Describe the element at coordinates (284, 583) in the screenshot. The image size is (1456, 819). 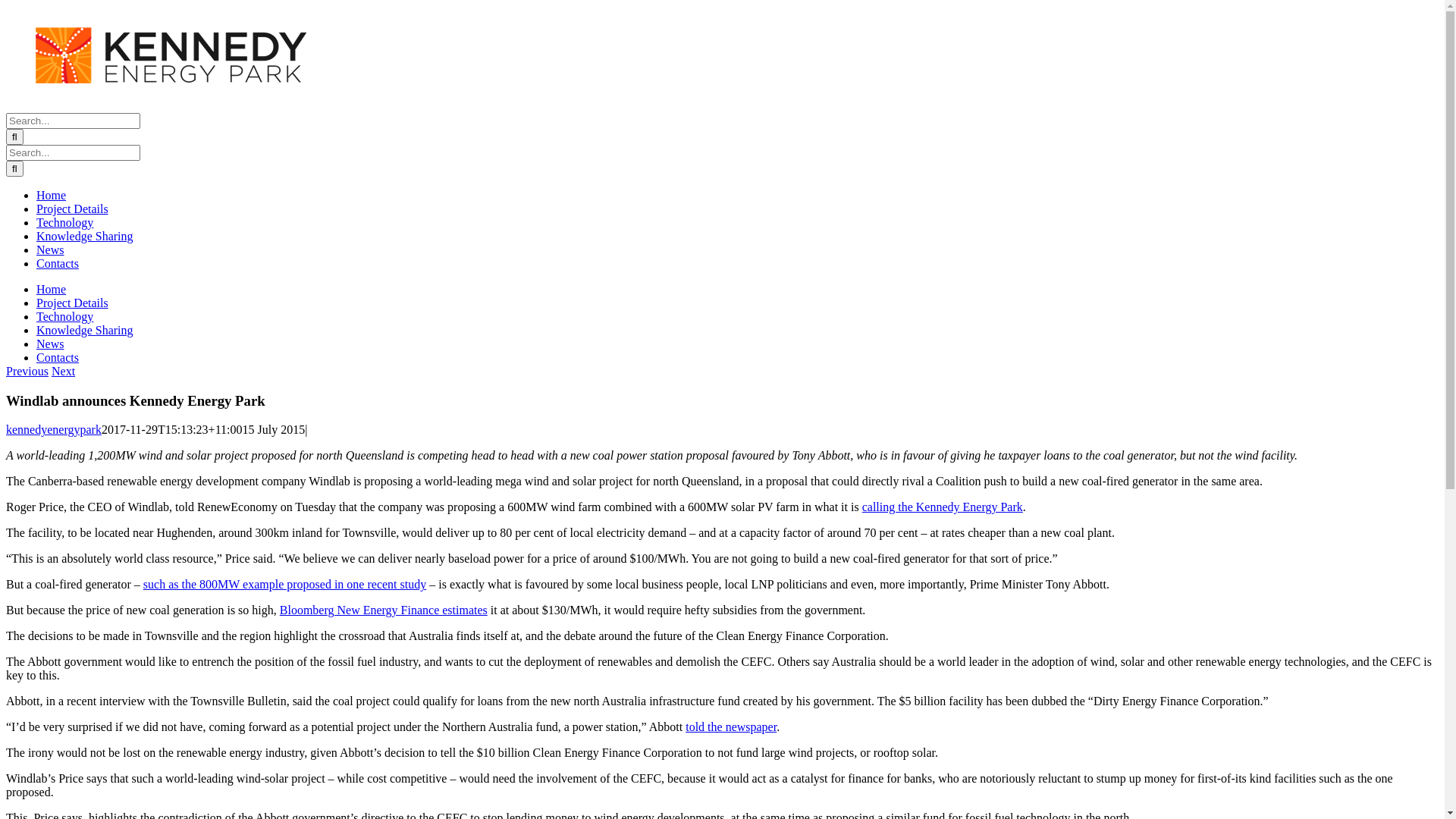
I see `'such as the 800MW example proposed in one recent study'` at that location.